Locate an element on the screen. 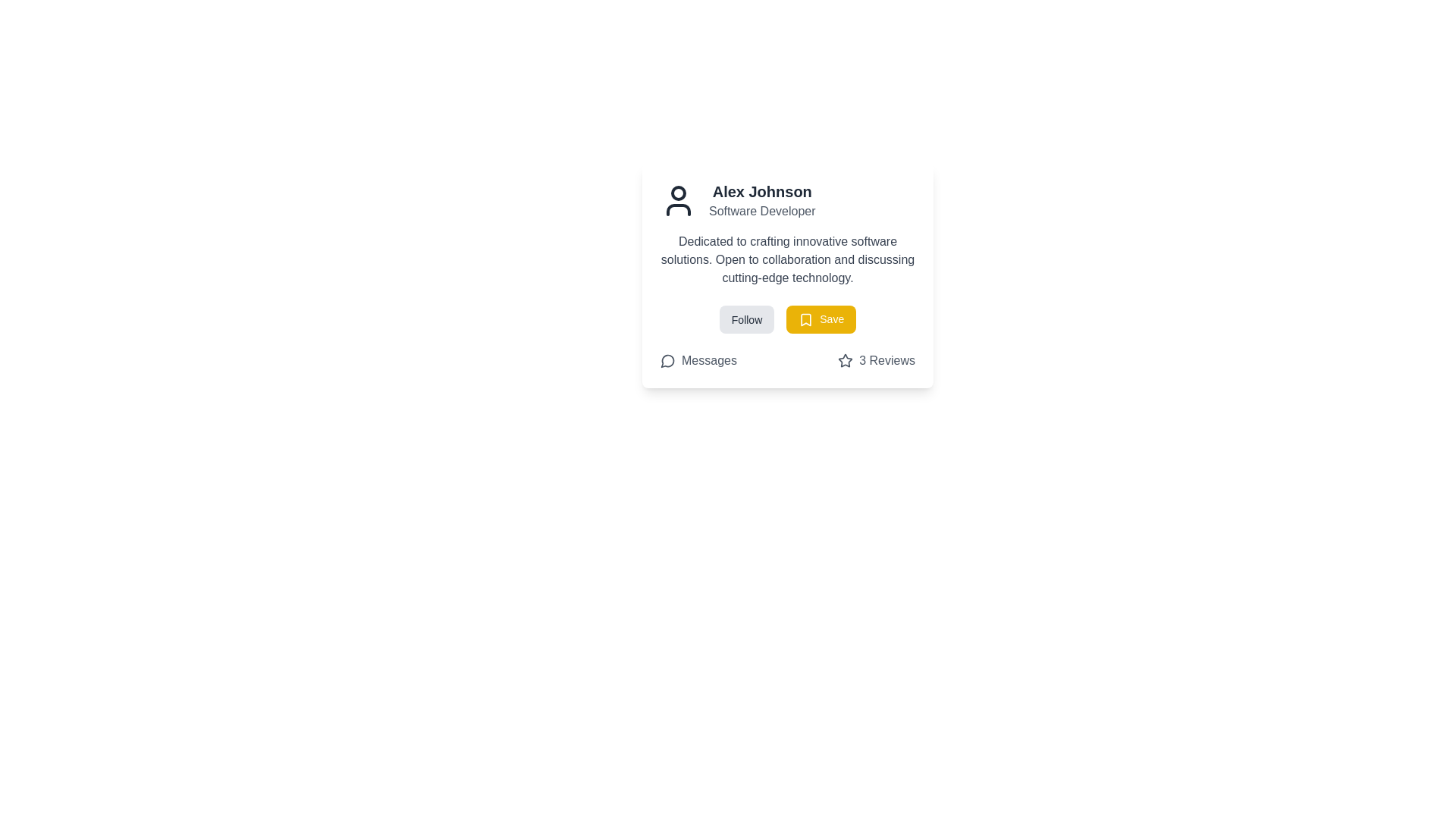  the 'Messages' text label, which is displayed in gray and styled with a sans-serif font is located at coordinates (708, 361).